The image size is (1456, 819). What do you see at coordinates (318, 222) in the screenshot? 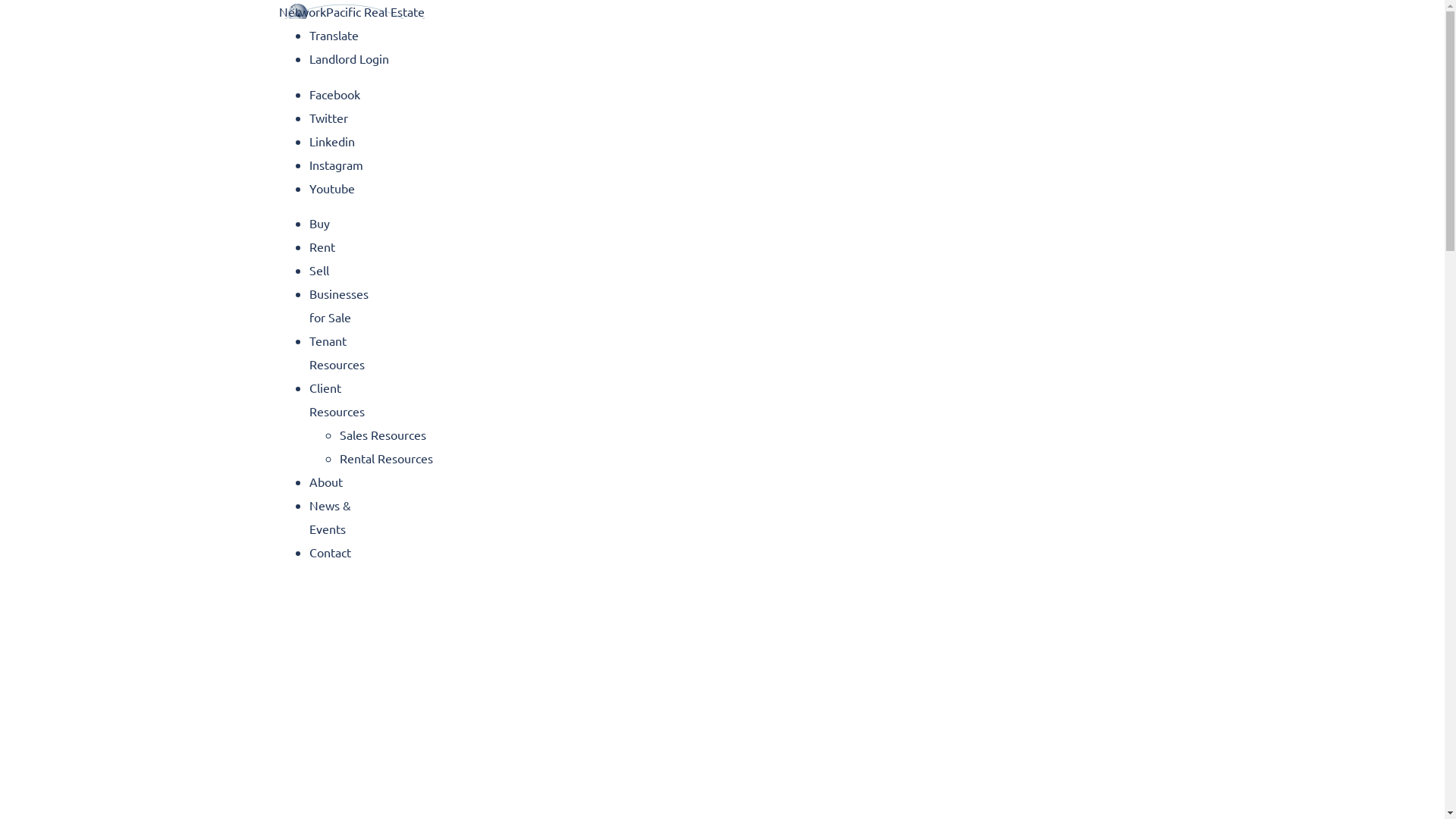
I see `'Buy'` at bounding box center [318, 222].